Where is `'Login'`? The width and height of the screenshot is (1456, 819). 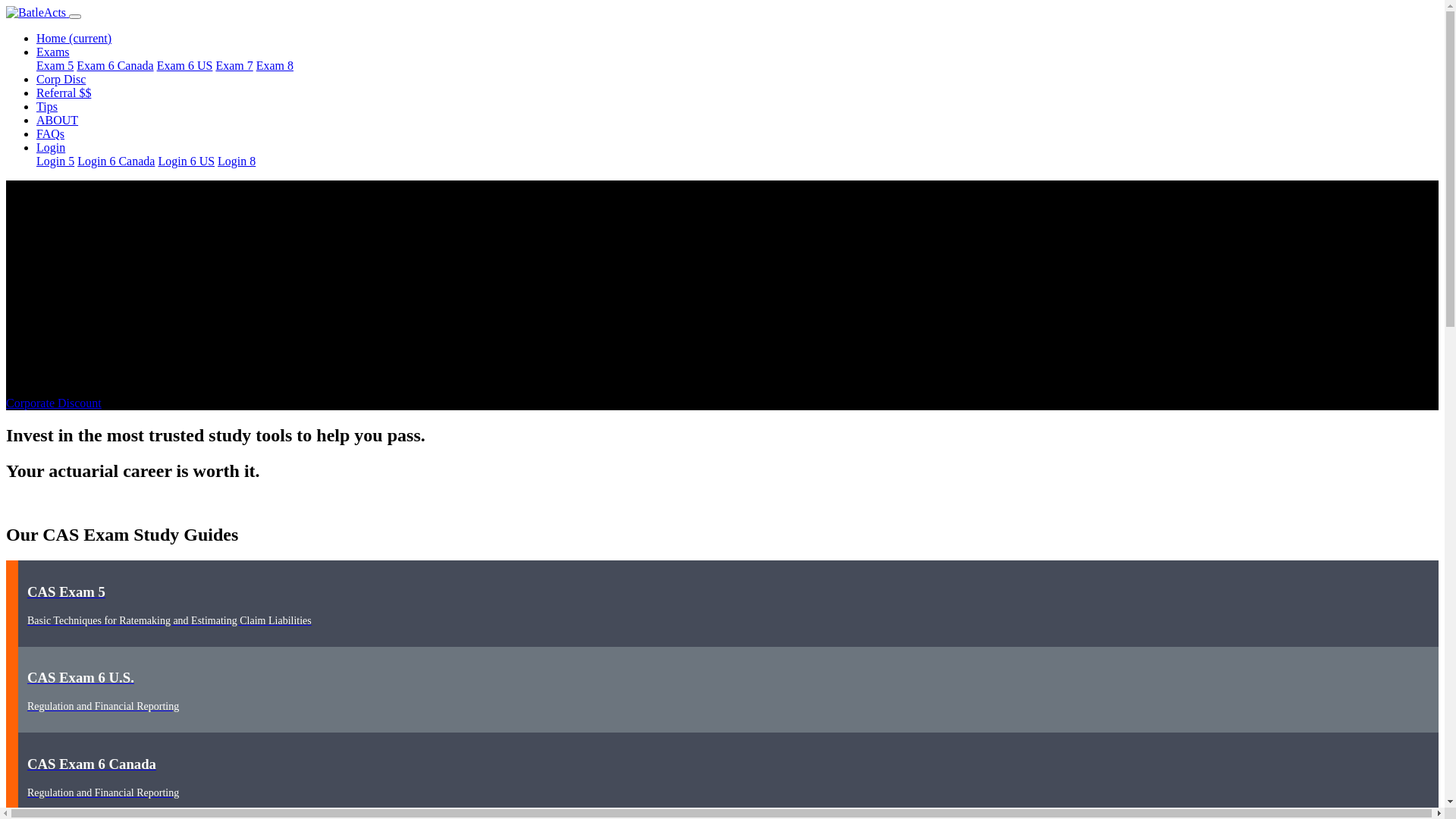
'Login' is located at coordinates (36, 147).